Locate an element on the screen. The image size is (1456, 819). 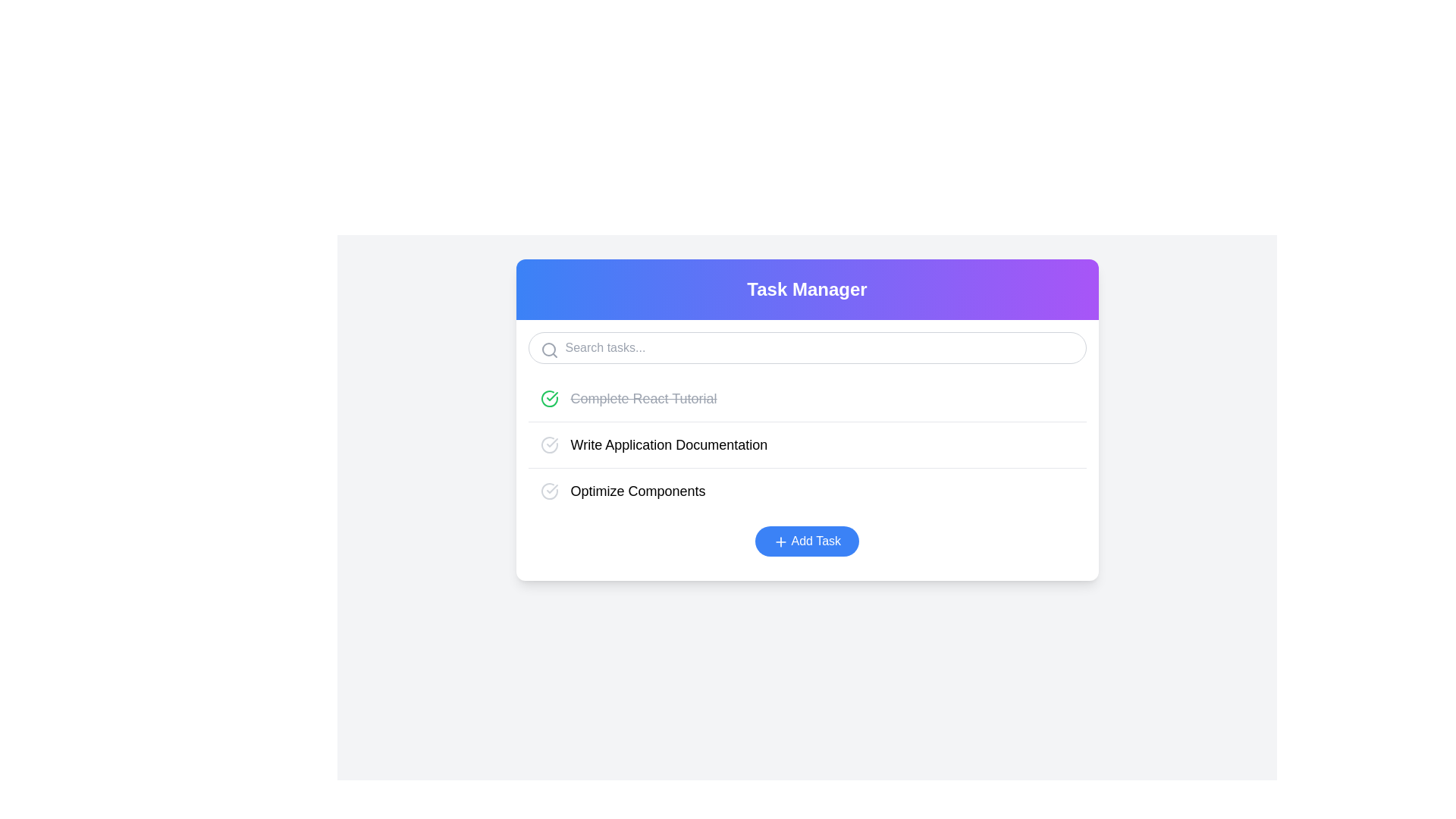
the second task item in the task manager application, which represents the action 'Write Application Documentation' is located at coordinates (806, 444).